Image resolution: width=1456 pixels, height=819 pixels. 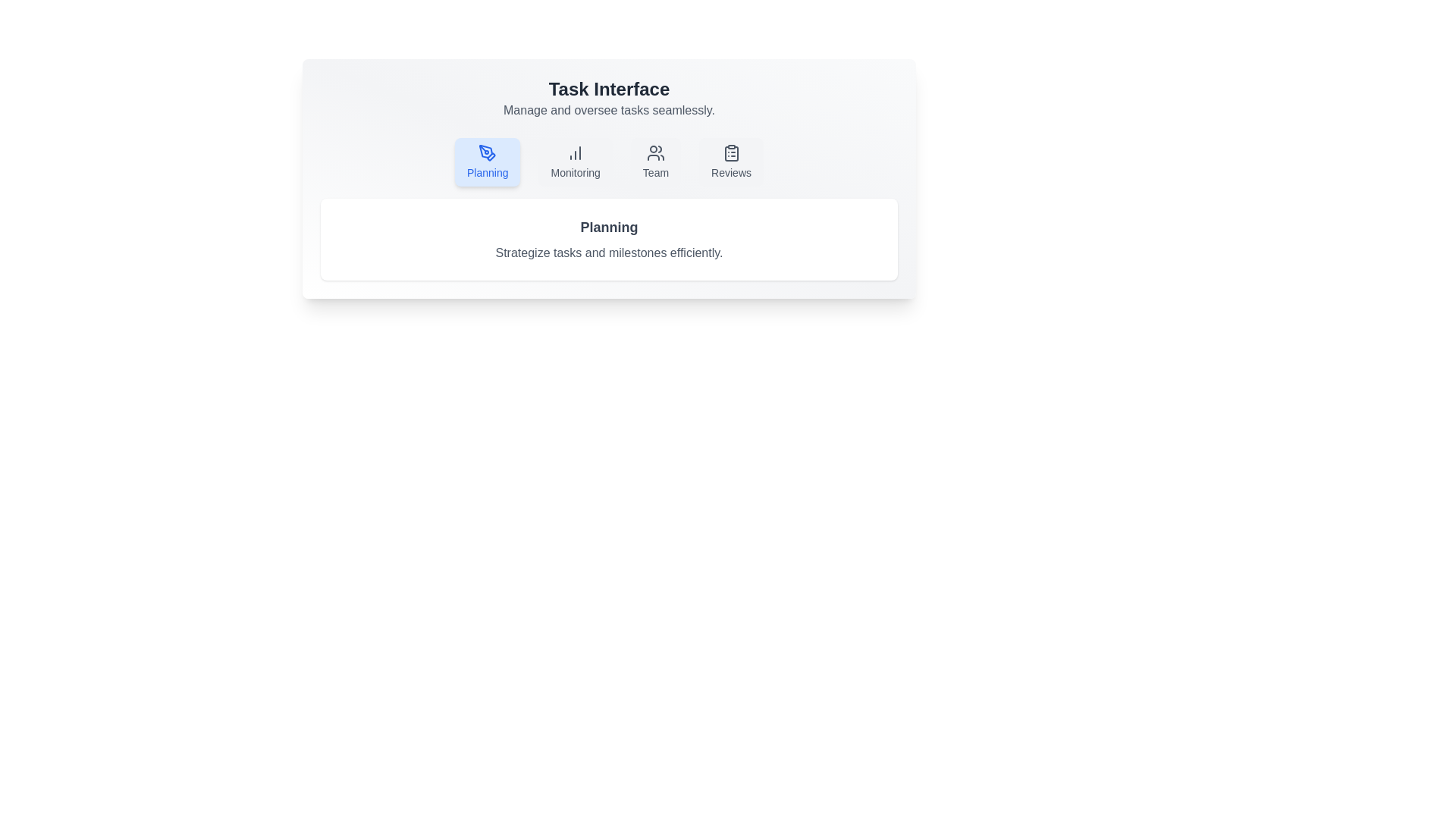 I want to click on the Planning tab to navigate to its content, so click(x=488, y=162).